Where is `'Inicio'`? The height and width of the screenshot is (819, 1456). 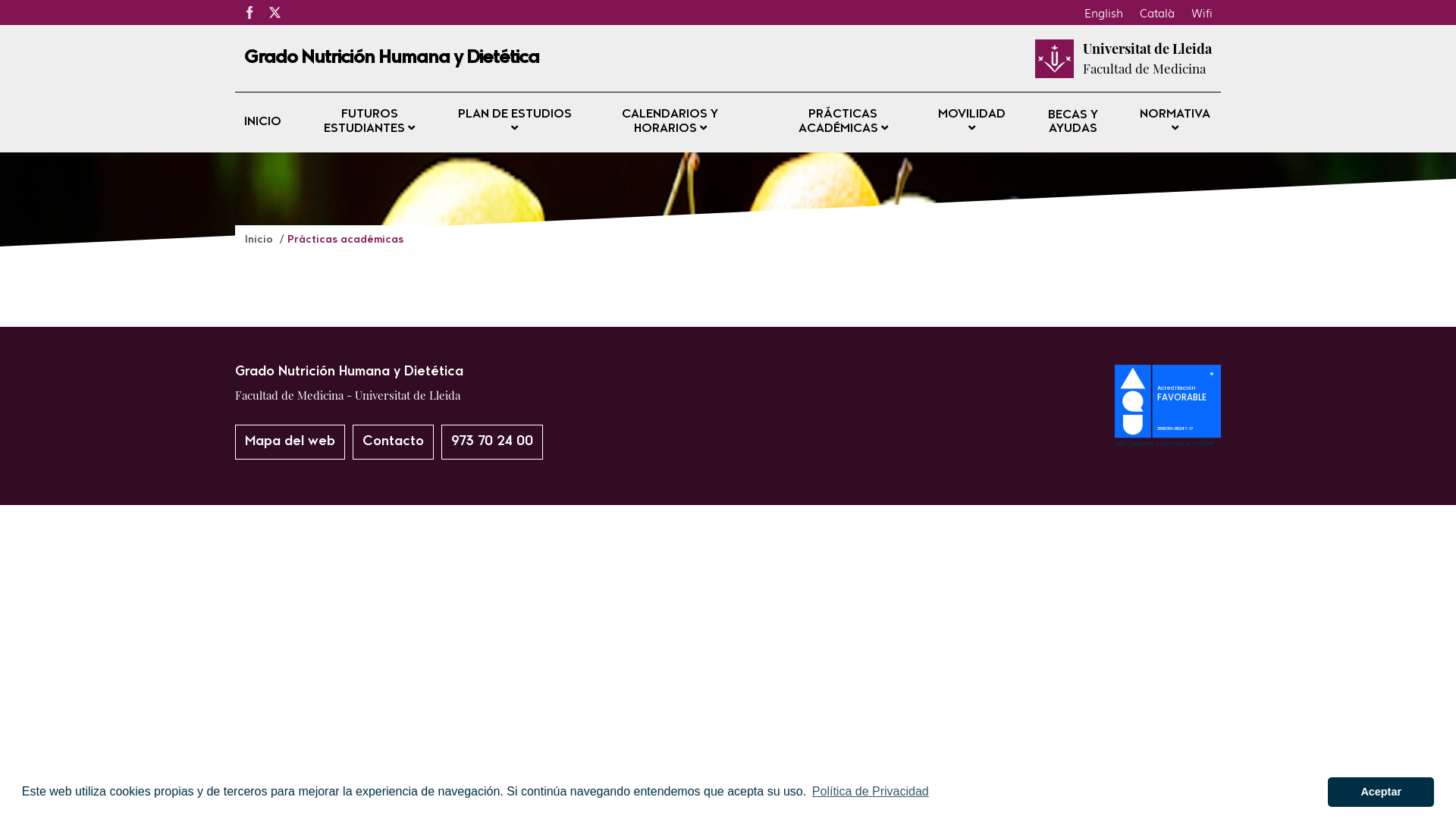
'Inicio' is located at coordinates (260, 239).